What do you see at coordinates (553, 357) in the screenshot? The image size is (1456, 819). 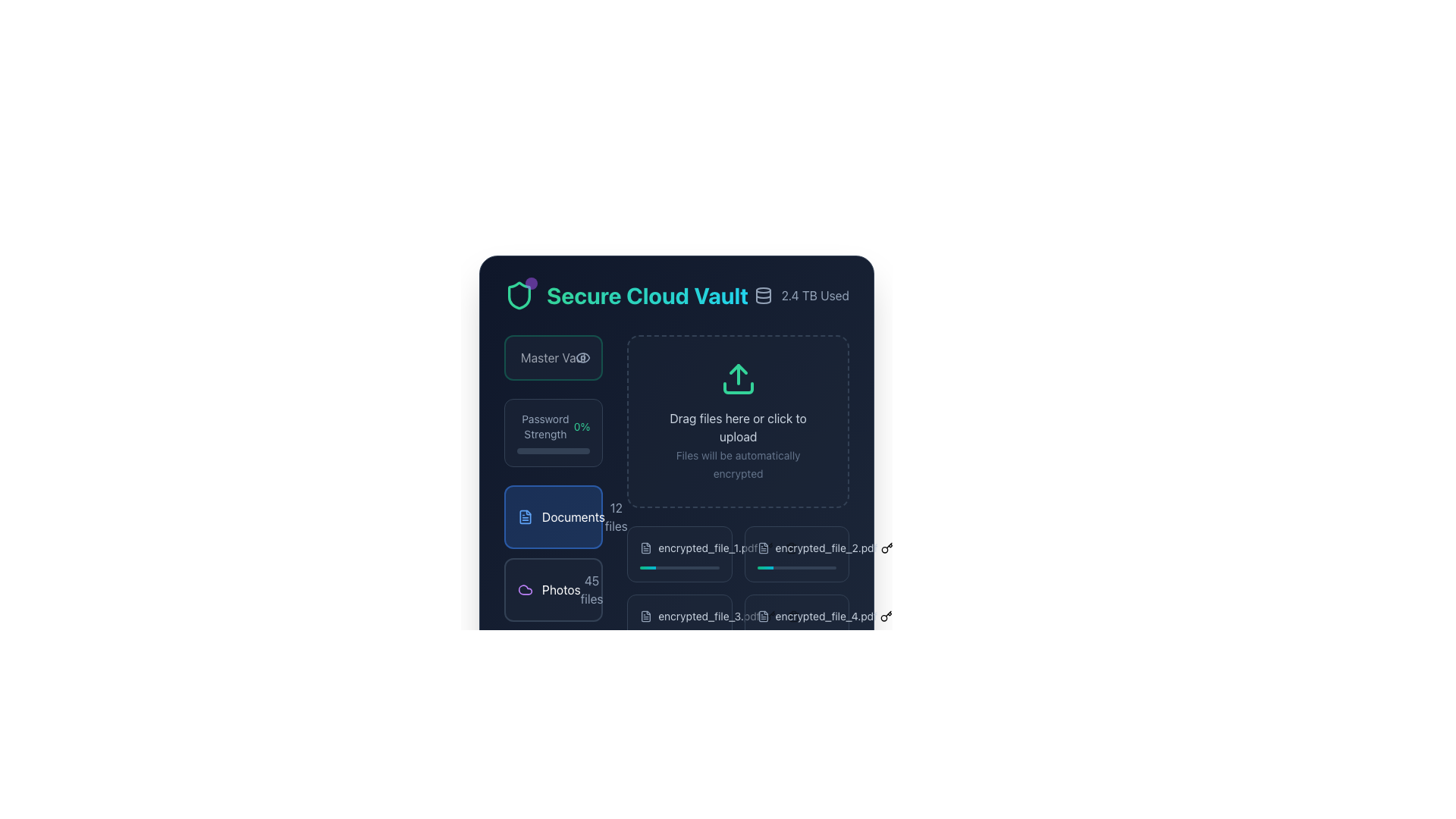 I see `the password input field with visibility toggle icon` at bounding box center [553, 357].